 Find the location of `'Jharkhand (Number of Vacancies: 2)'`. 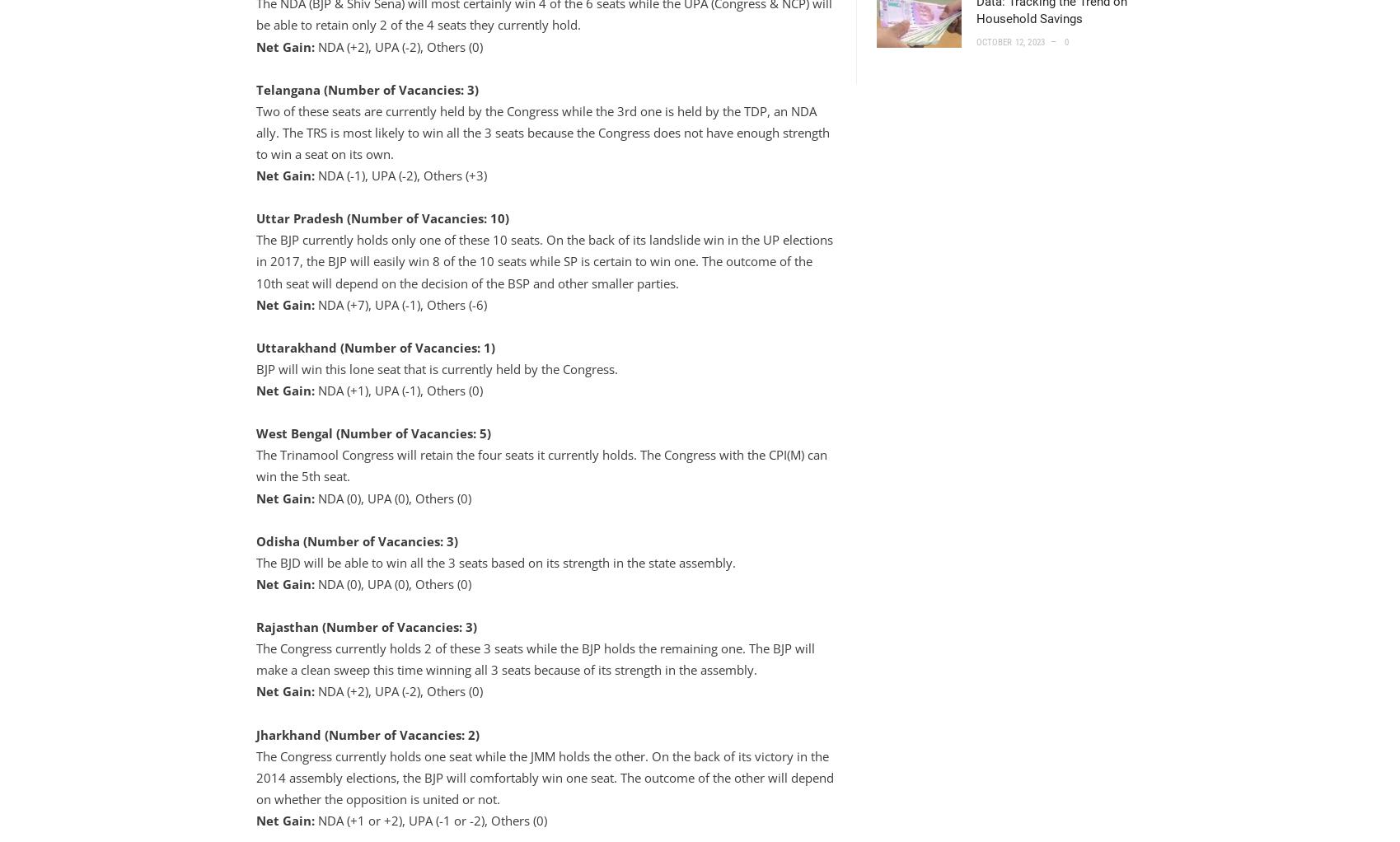

'Jharkhand (Number of Vacancies: 2)' is located at coordinates (367, 732).